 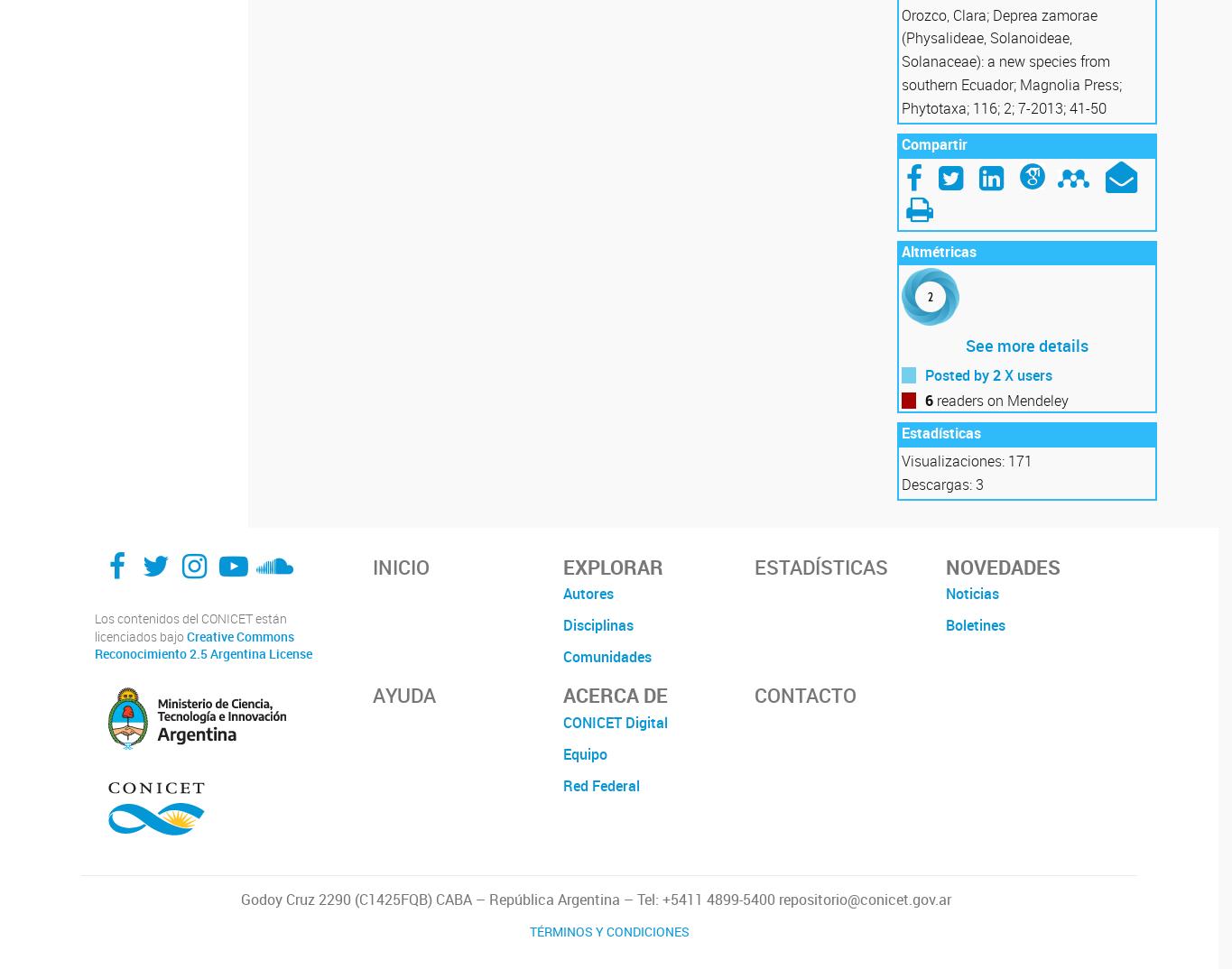 What do you see at coordinates (588, 593) in the screenshot?
I see `'Autores'` at bounding box center [588, 593].